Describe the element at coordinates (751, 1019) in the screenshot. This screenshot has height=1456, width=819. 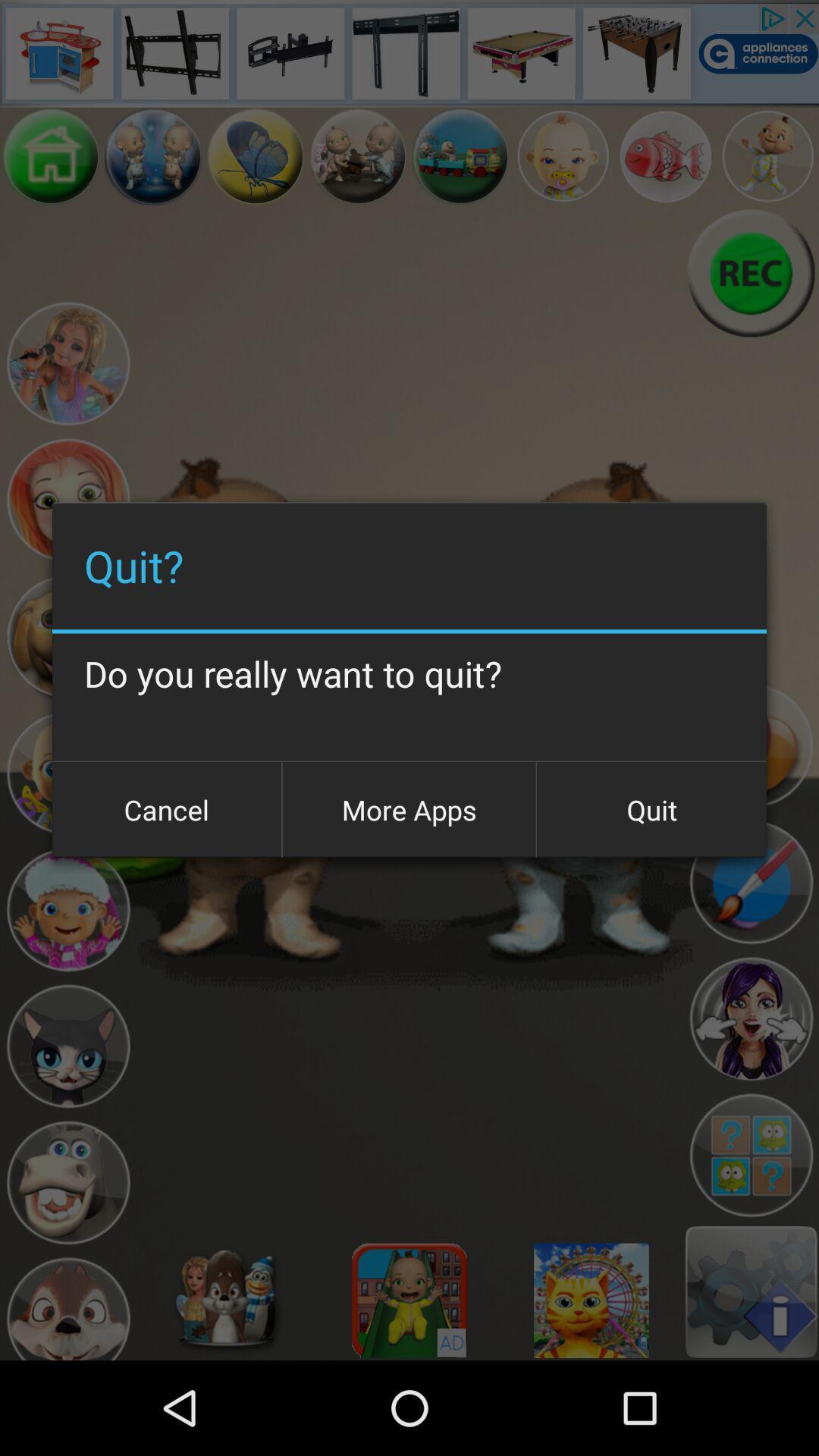
I see `choose the selection` at that location.